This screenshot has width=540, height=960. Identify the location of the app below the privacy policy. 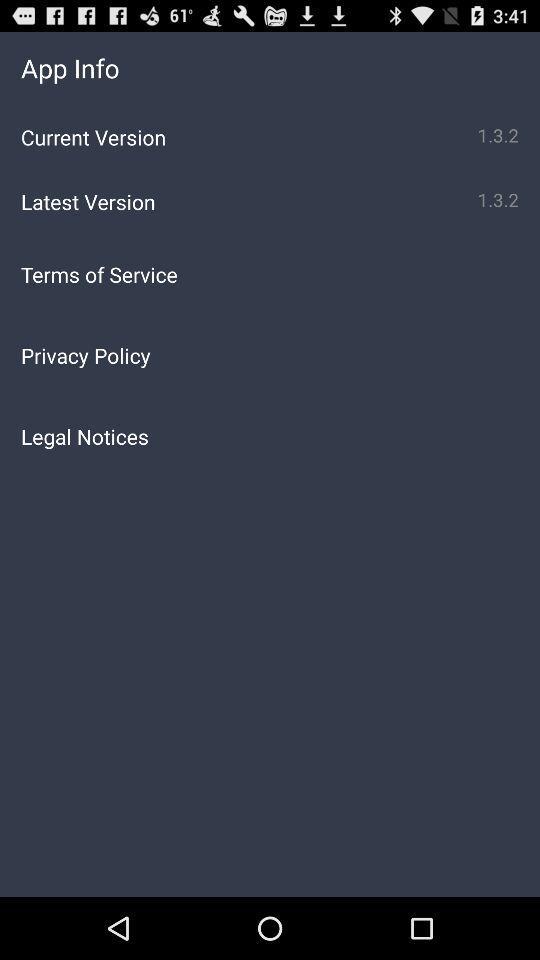
(270, 436).